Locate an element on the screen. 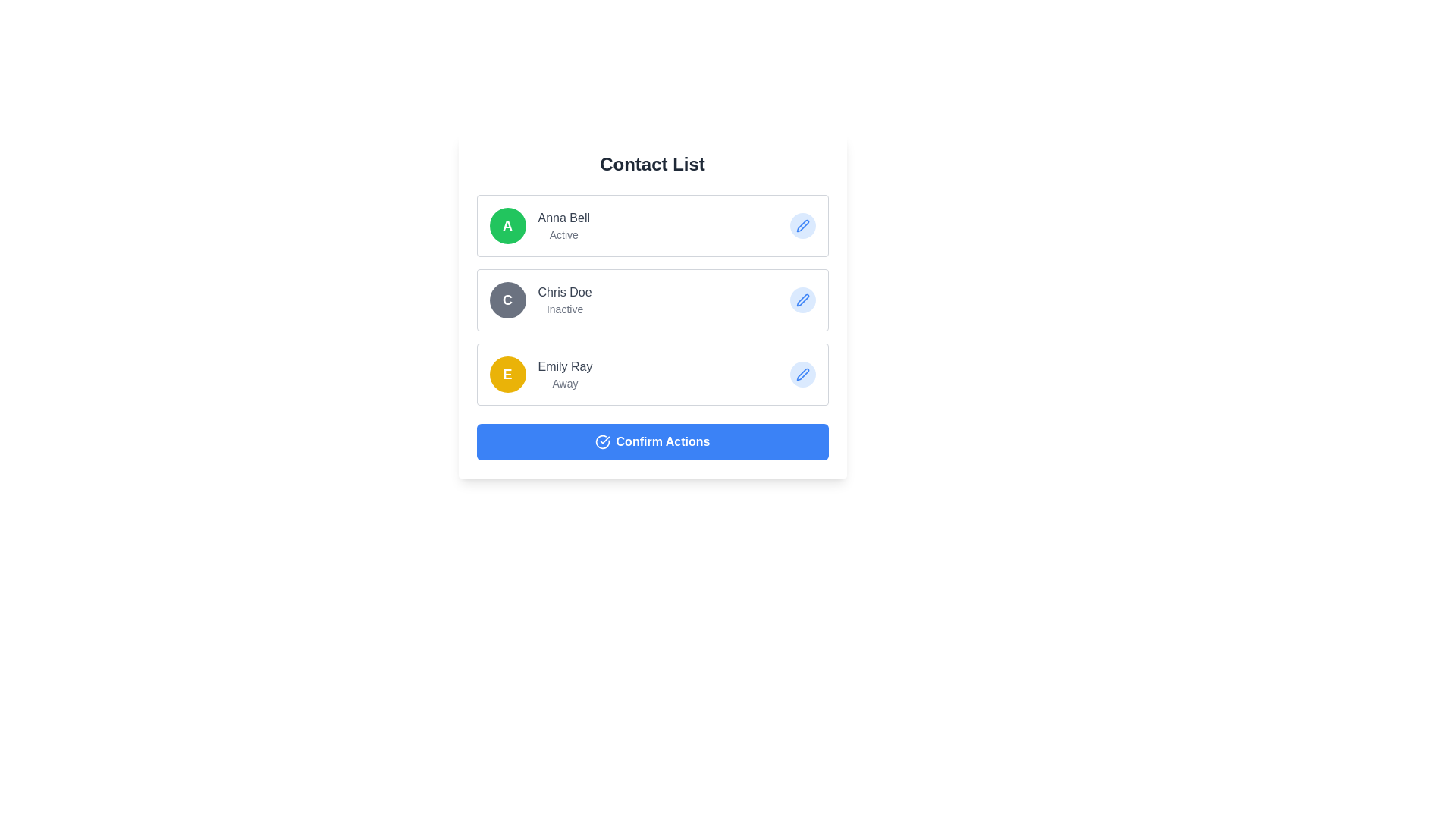 The width and height of the screenshot is (1456, 819). the 'Inactive' text label located below 'Chris Doe' in the contact list to possibly view additional details is located at coordinates (564, 309).